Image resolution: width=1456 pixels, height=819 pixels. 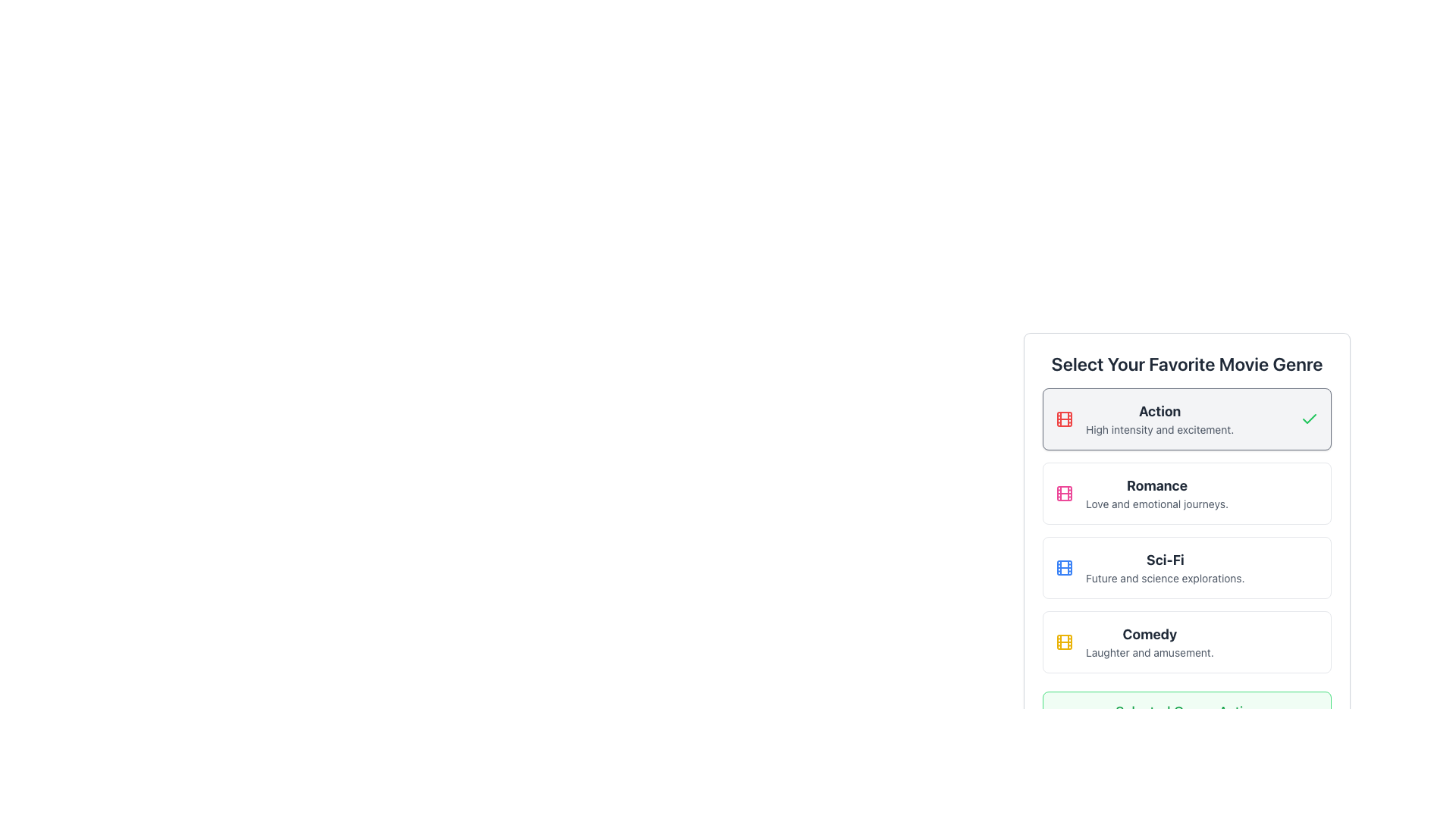 What do you see at coordinates (1156, 504) in the screenshot?
I see `the text element reading 'Love and emotional journeys.' located under the bold title 'Romance' in the 'Select Your Favorite Movie Genre' list` at bounding box center [1156, 504].